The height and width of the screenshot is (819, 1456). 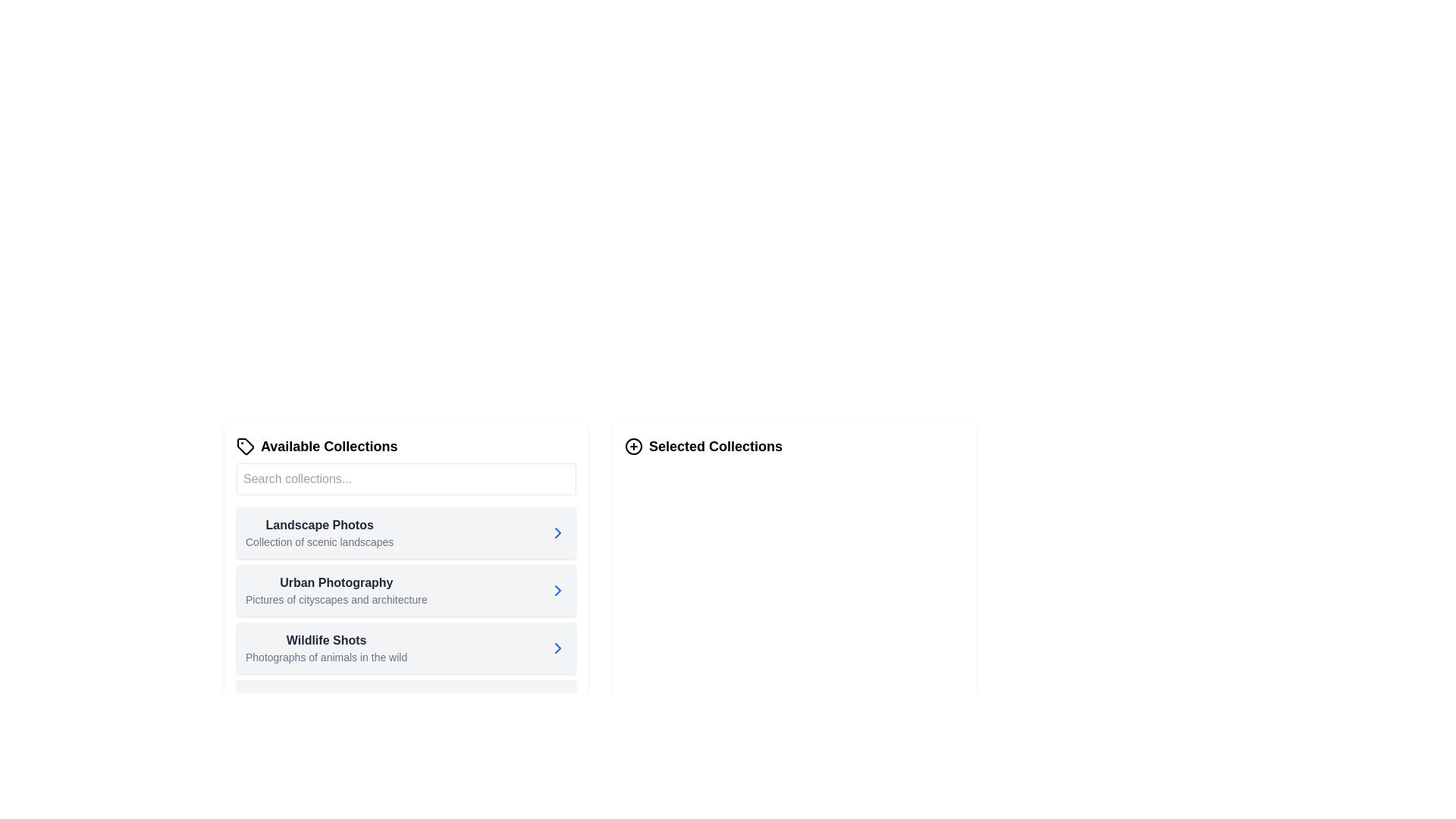 I want to click on the 'Landscape Photos' Textual Description Block, which consists of two lines of text, so click(x=318, y=532).